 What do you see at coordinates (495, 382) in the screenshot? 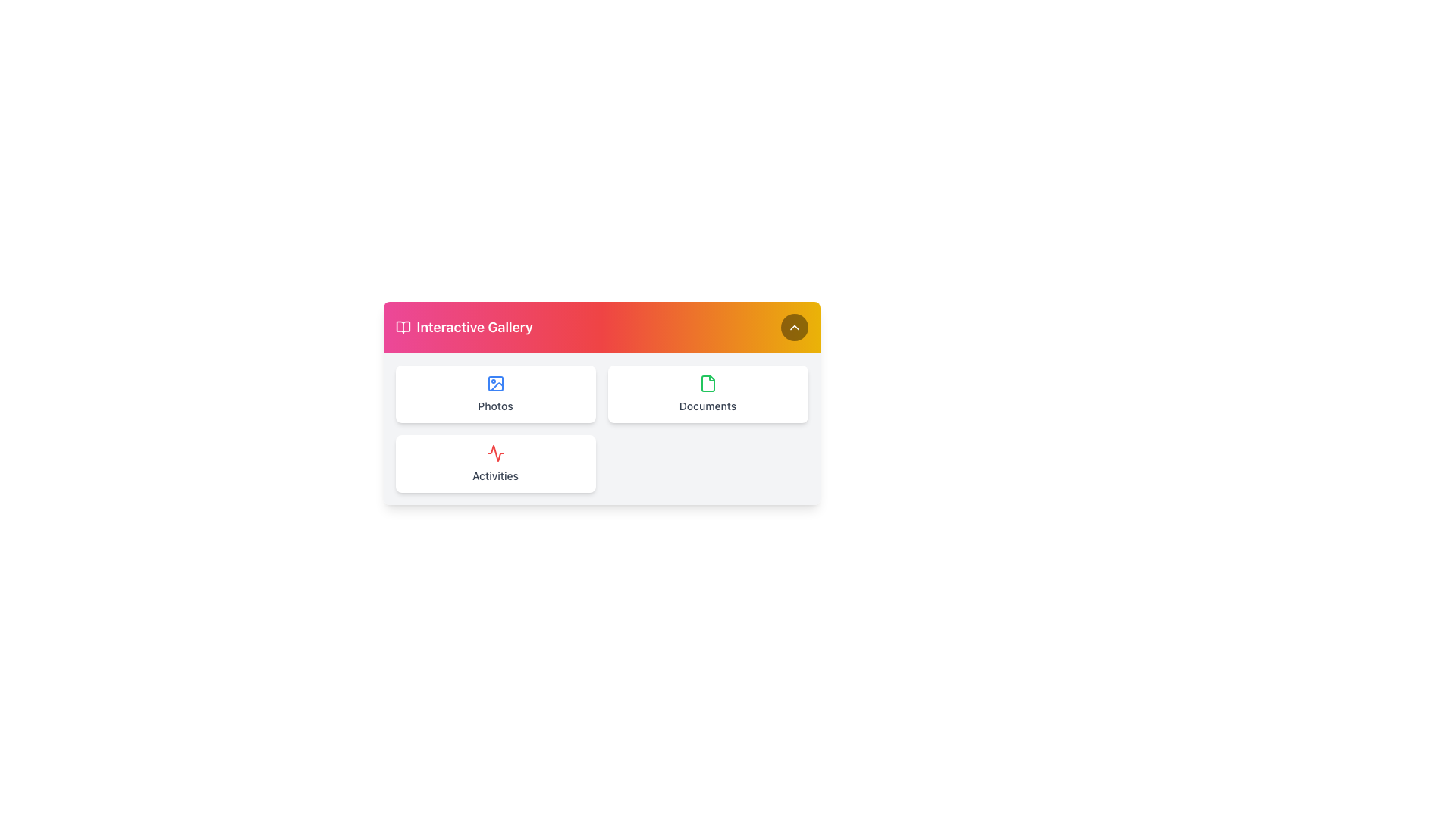
I see `the graphic rectangle within the 'Photos' button` at bounding box center [495, 382].